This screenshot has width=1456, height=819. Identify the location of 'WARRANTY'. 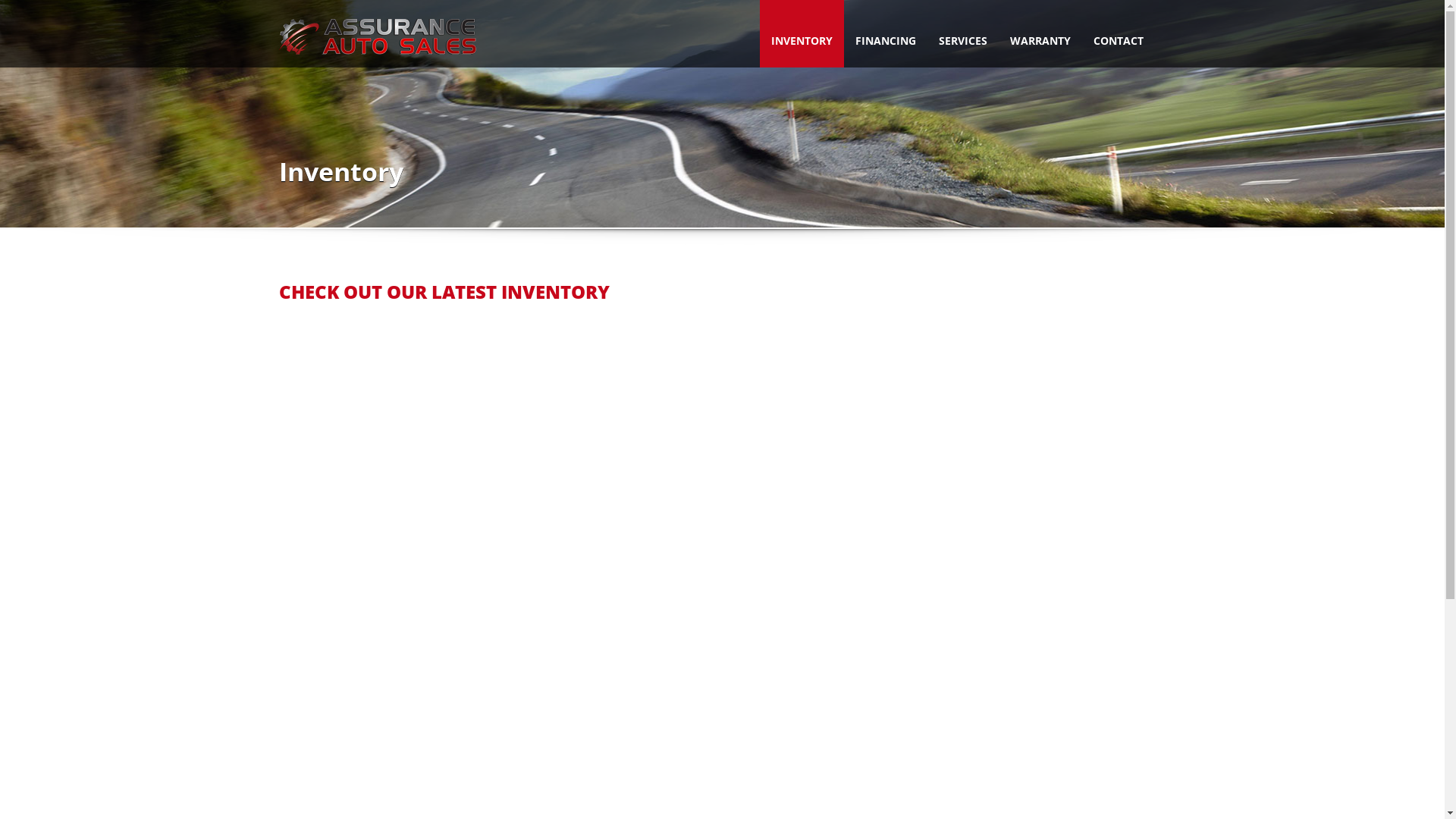
(997, 33).